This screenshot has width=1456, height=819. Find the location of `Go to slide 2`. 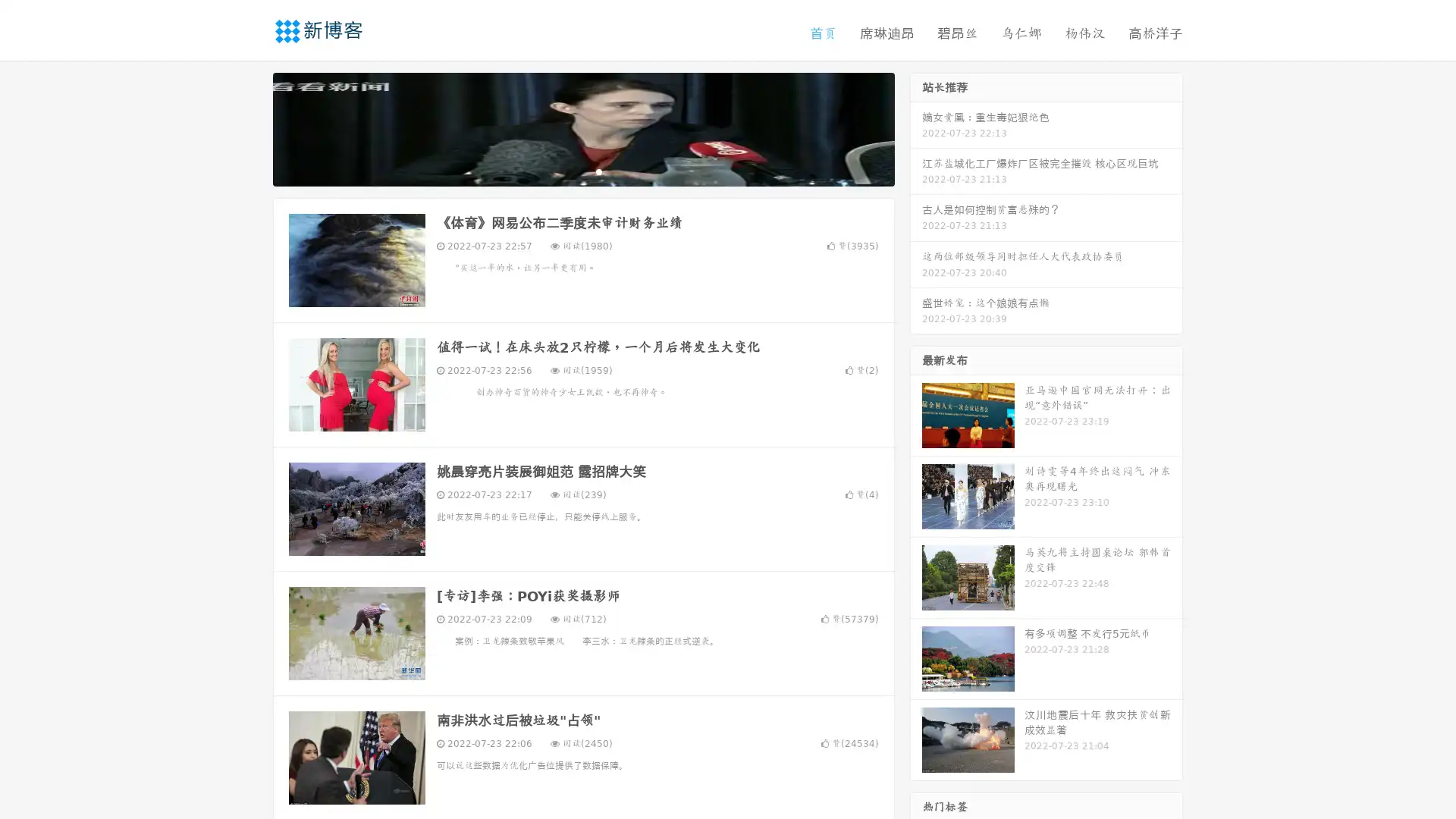

Go to slide 2 is located at coordinates (582, 171).